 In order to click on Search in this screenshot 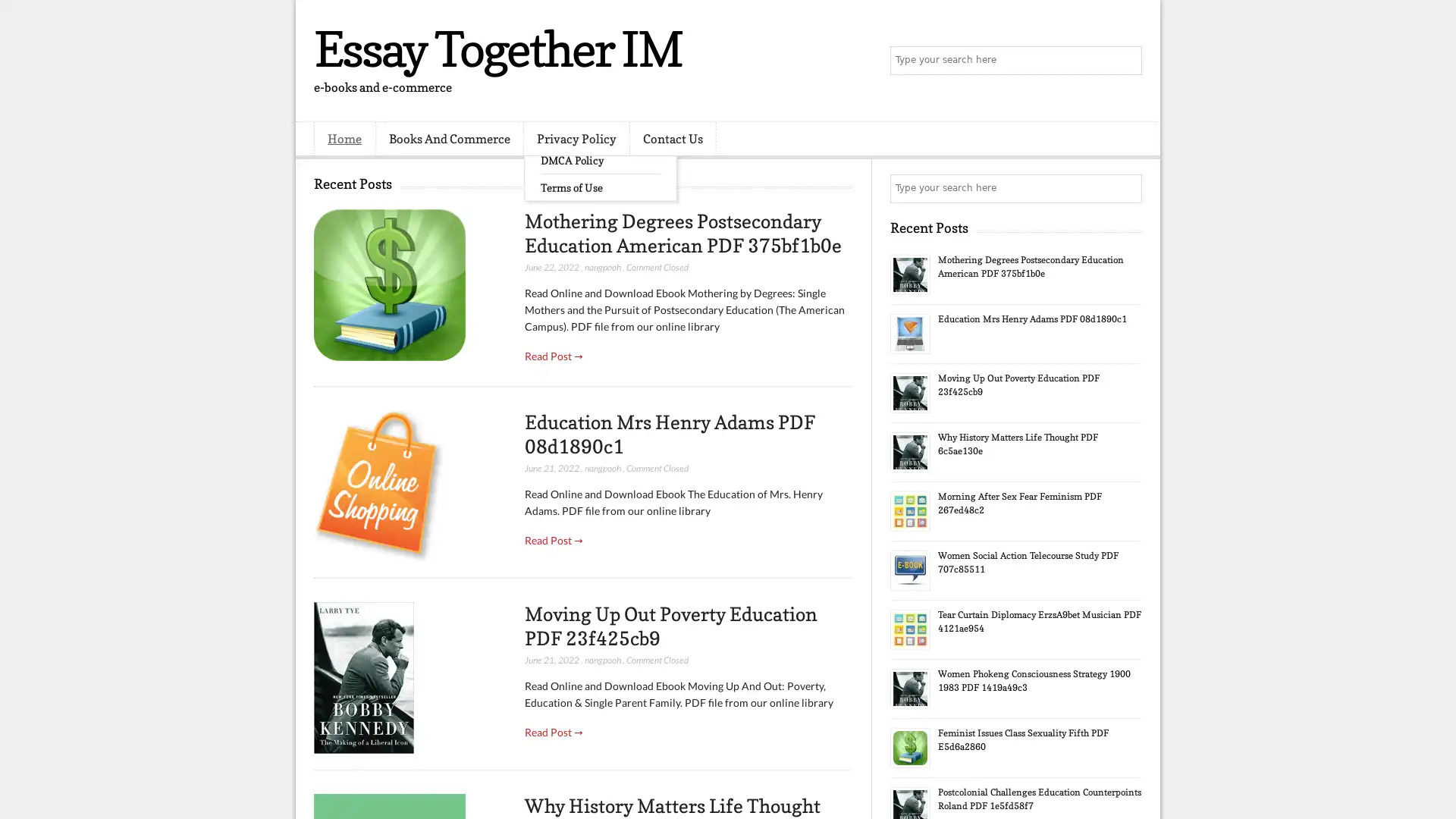, I will do `click(1126, 188)`.